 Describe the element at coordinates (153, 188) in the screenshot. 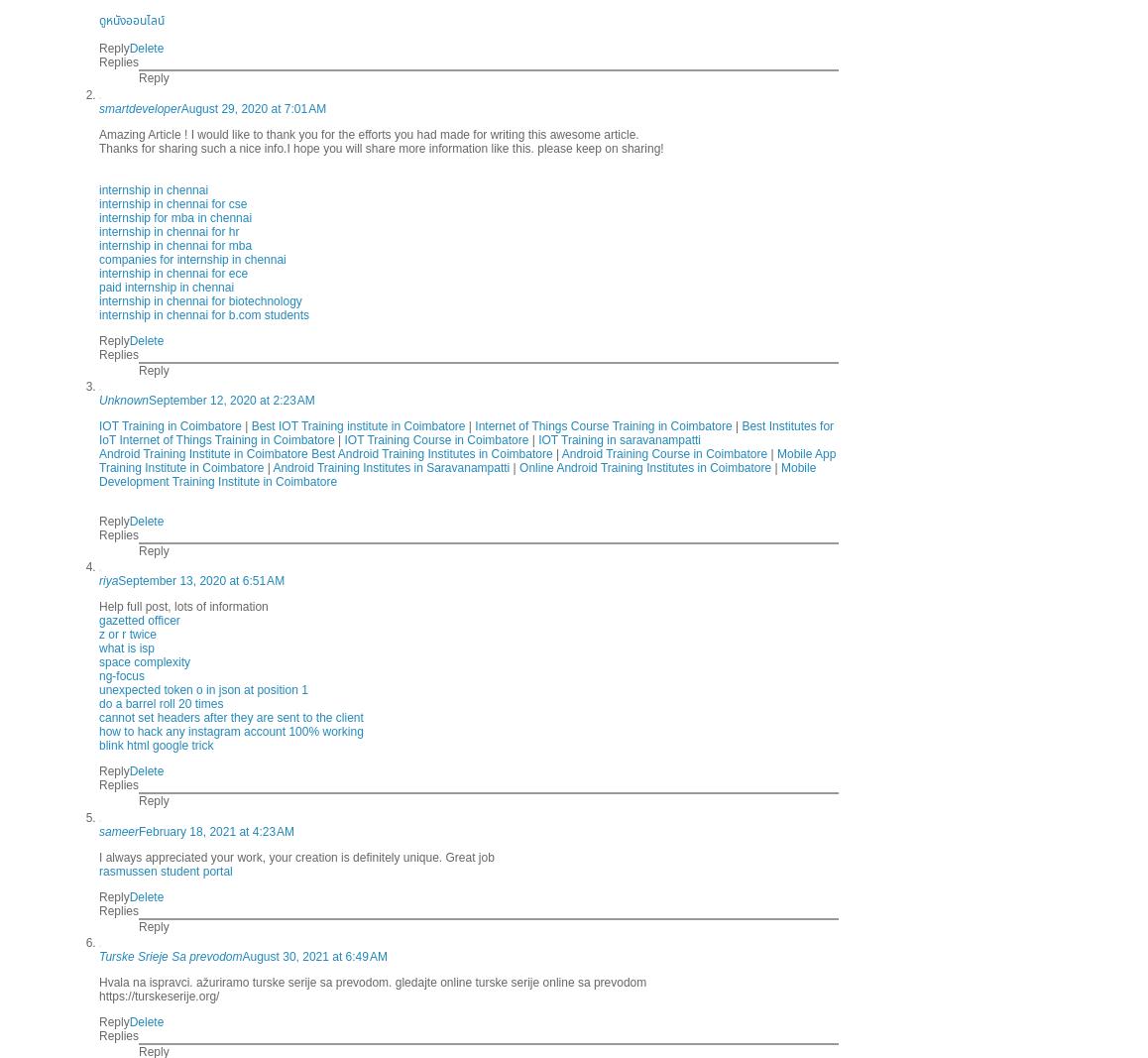

I see `'internship in chennai'` at that location.